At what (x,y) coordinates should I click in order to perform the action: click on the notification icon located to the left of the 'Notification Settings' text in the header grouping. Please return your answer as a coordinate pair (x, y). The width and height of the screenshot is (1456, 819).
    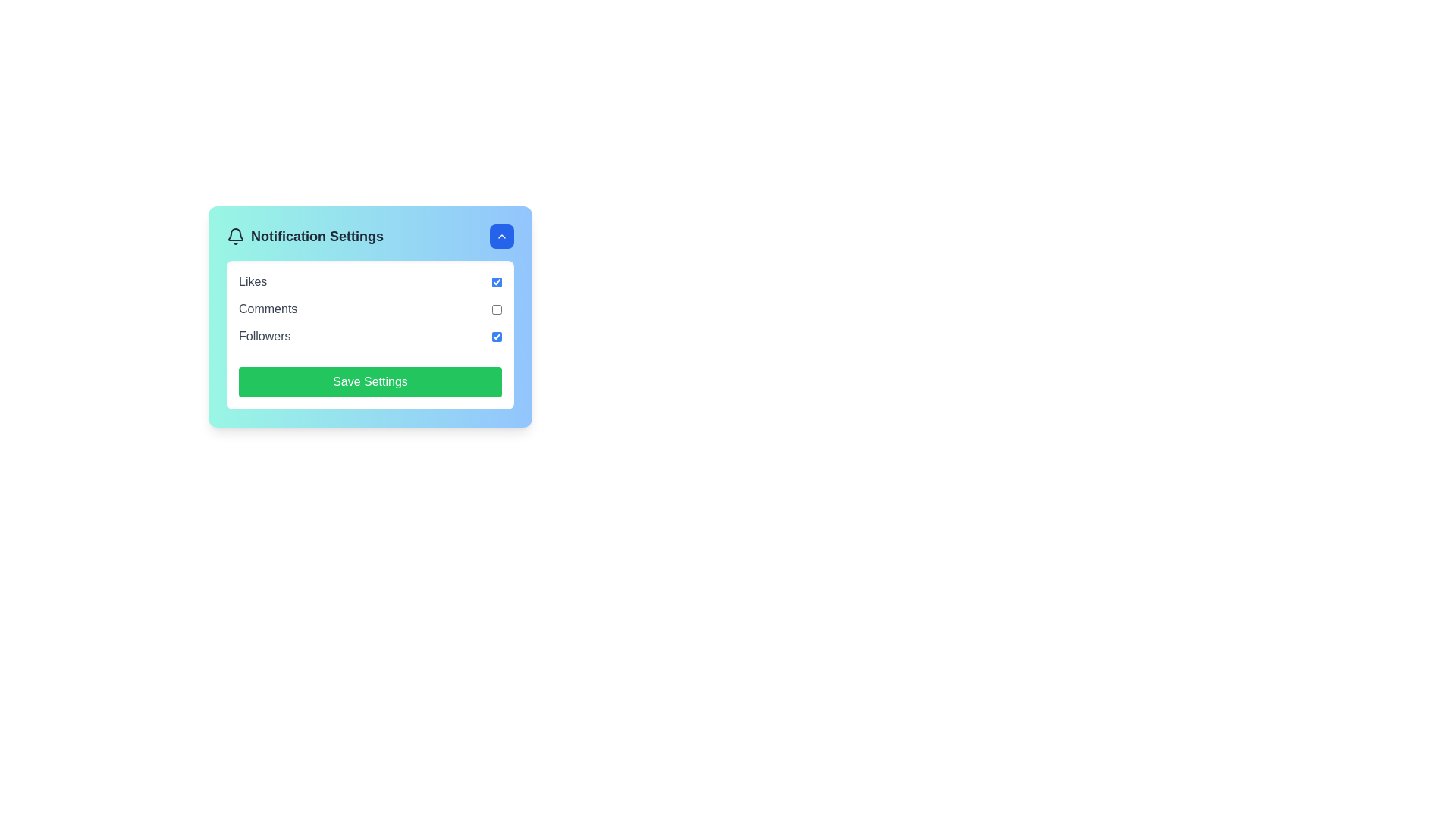
    Looking at the image, I should click on (235, 237).